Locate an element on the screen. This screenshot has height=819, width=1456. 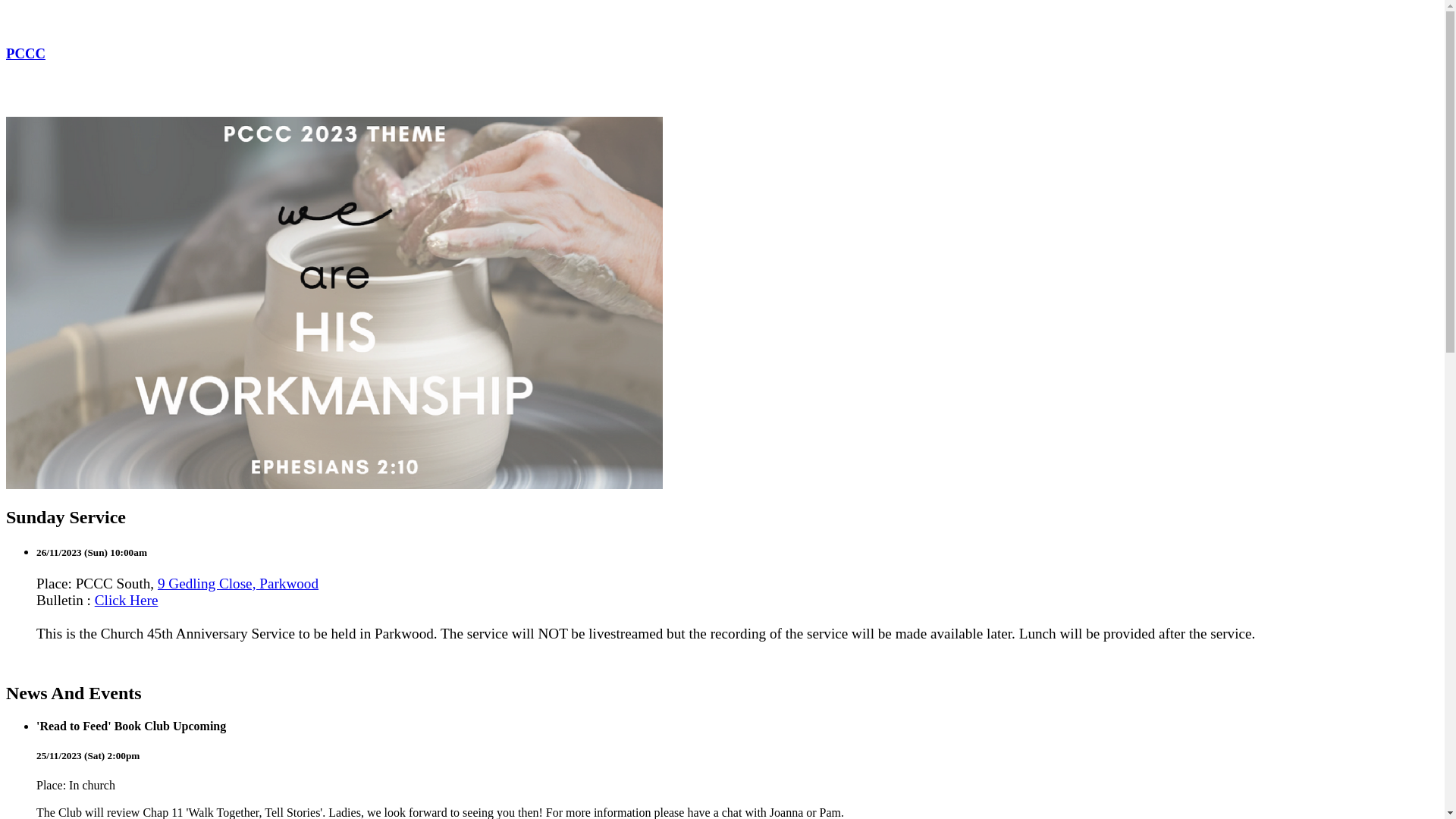
'Click Here' is located at coordinates (127, 599).